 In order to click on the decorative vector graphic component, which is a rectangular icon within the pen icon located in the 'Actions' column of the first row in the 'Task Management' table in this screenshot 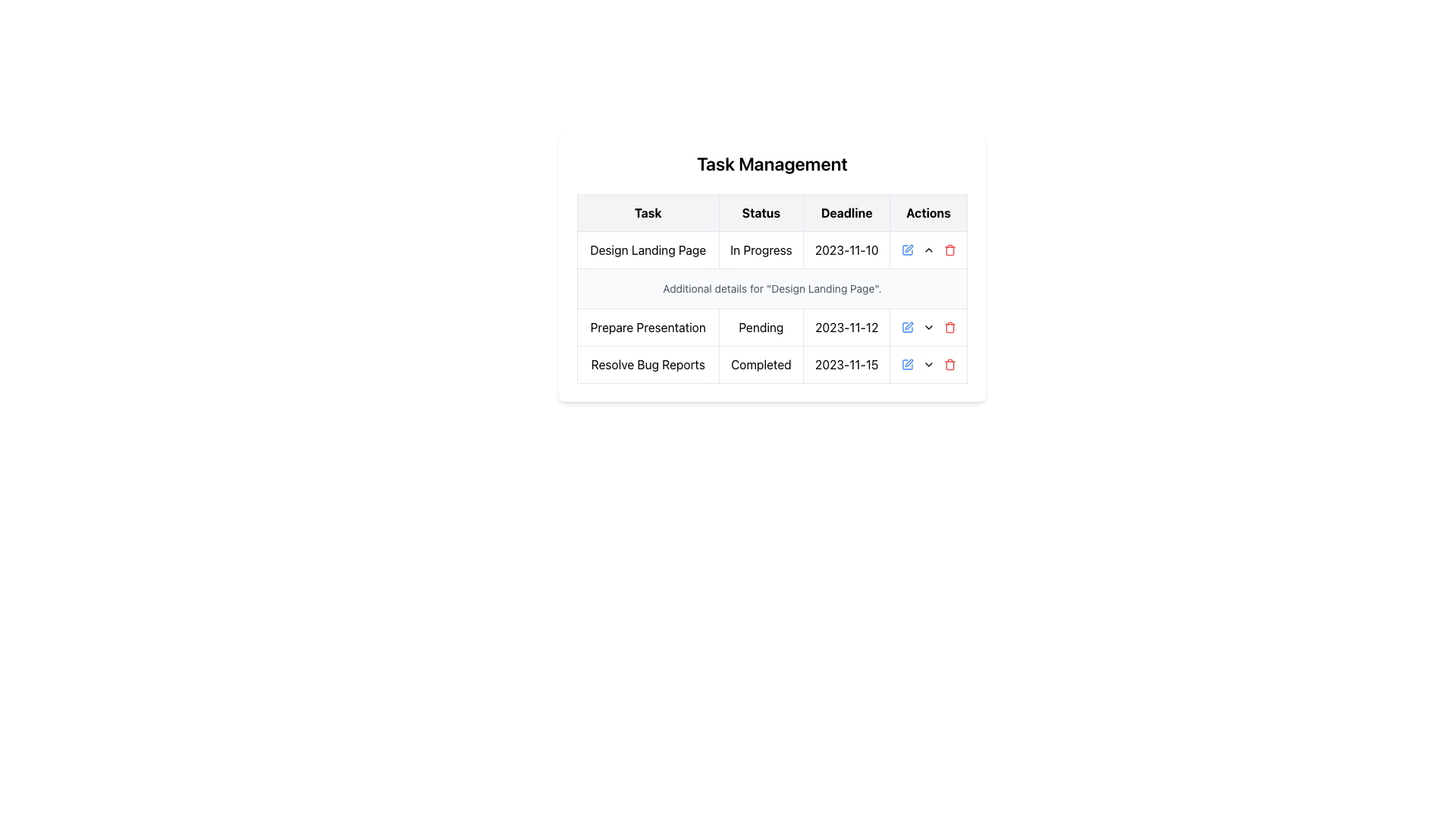, I will do `click(907, 365)`.